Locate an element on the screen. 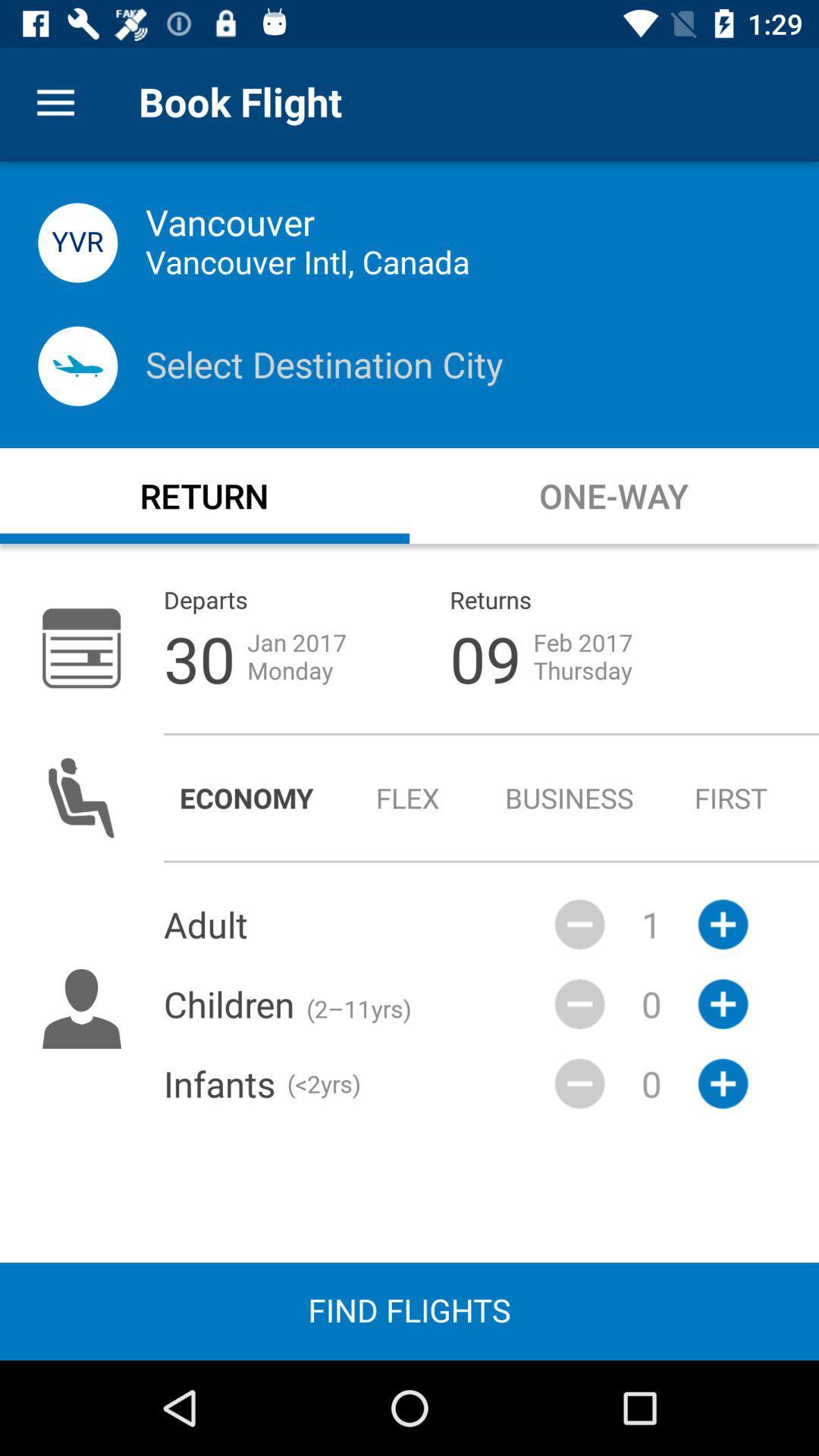 This screenshot has height=1456, width=819. the add icon is located at coordinates (722, 924).